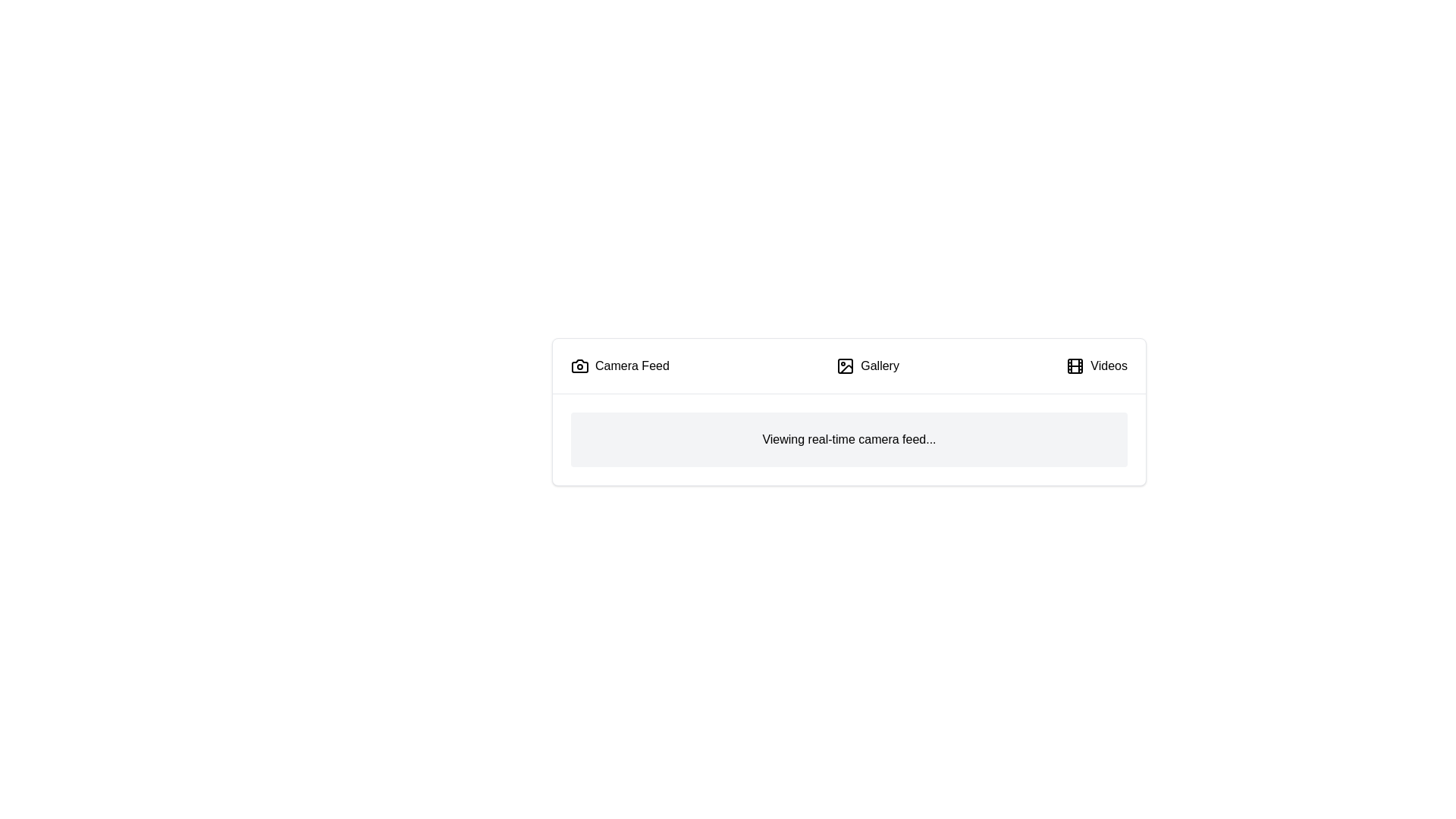 The image size is (1456, 819). What do you see at coordinates (1096, 366) in the screenshot?
I see `the Videos tab by clicking on it` at bounding box center [1096, 366].